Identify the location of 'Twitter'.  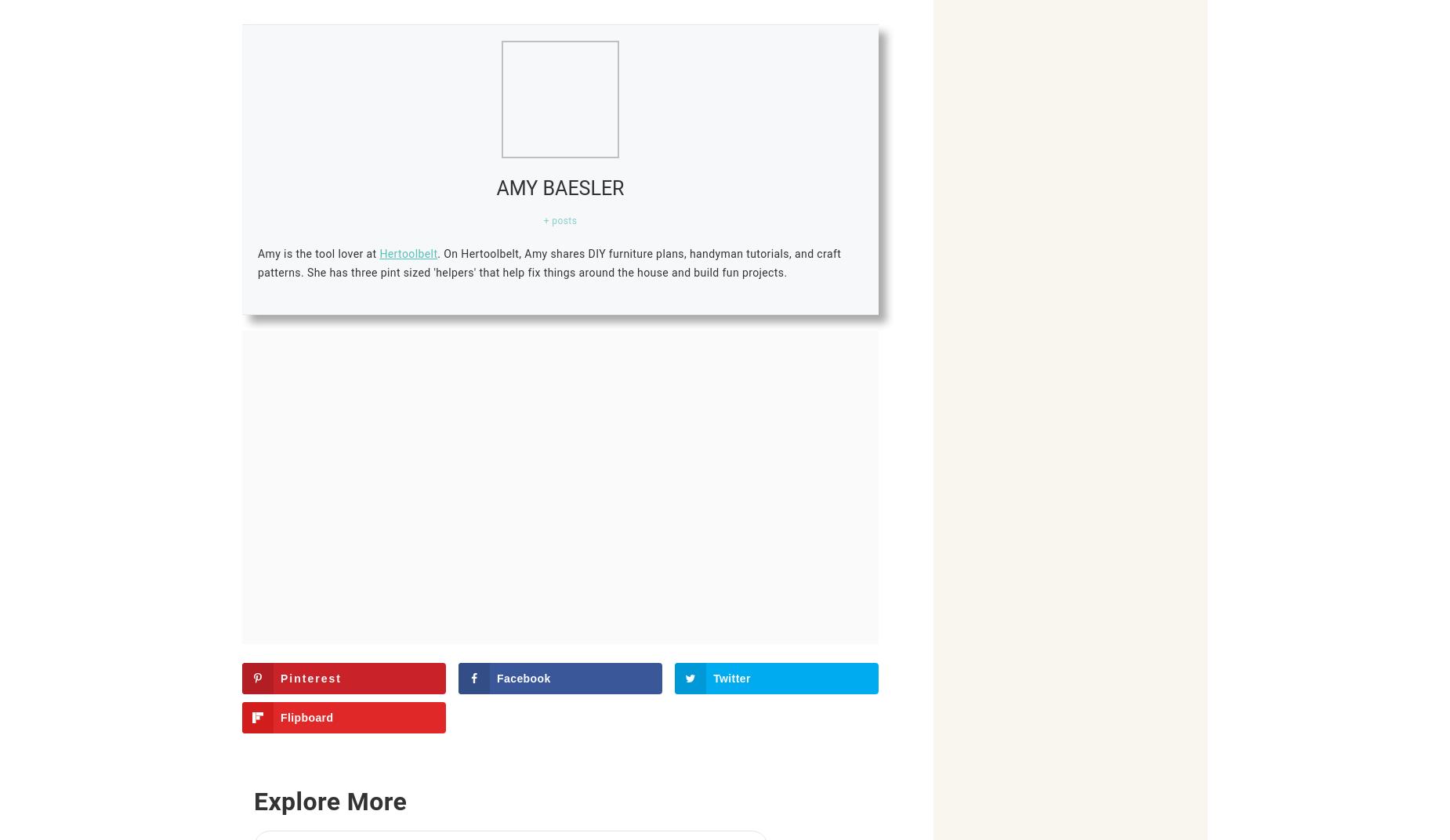
(713, 677).